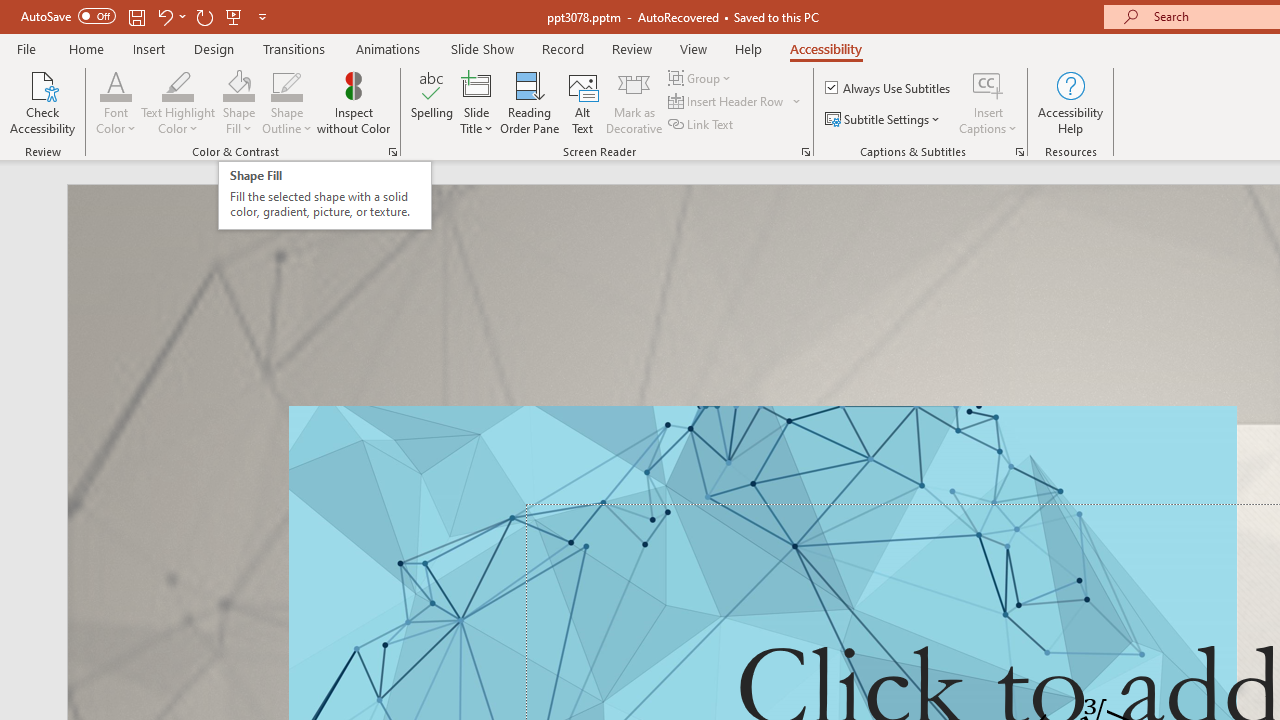  Describe the element at coordinates (286, 84) in the screenshot. I see `'Shape Outline'` at that location.